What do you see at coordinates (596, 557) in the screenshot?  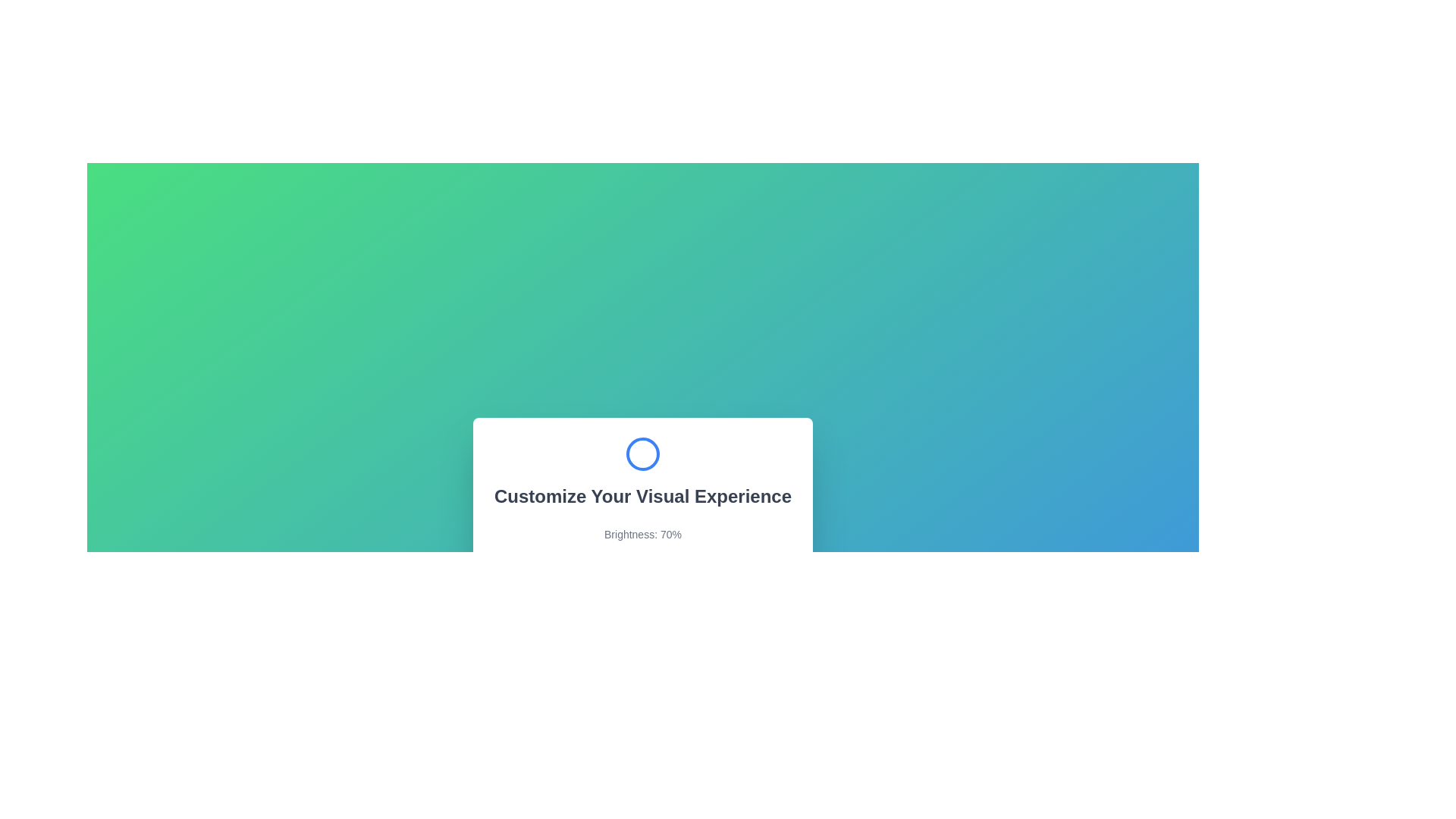 I see `the brightness slider to set brightness to 35%` at bounding box center [596, 557].